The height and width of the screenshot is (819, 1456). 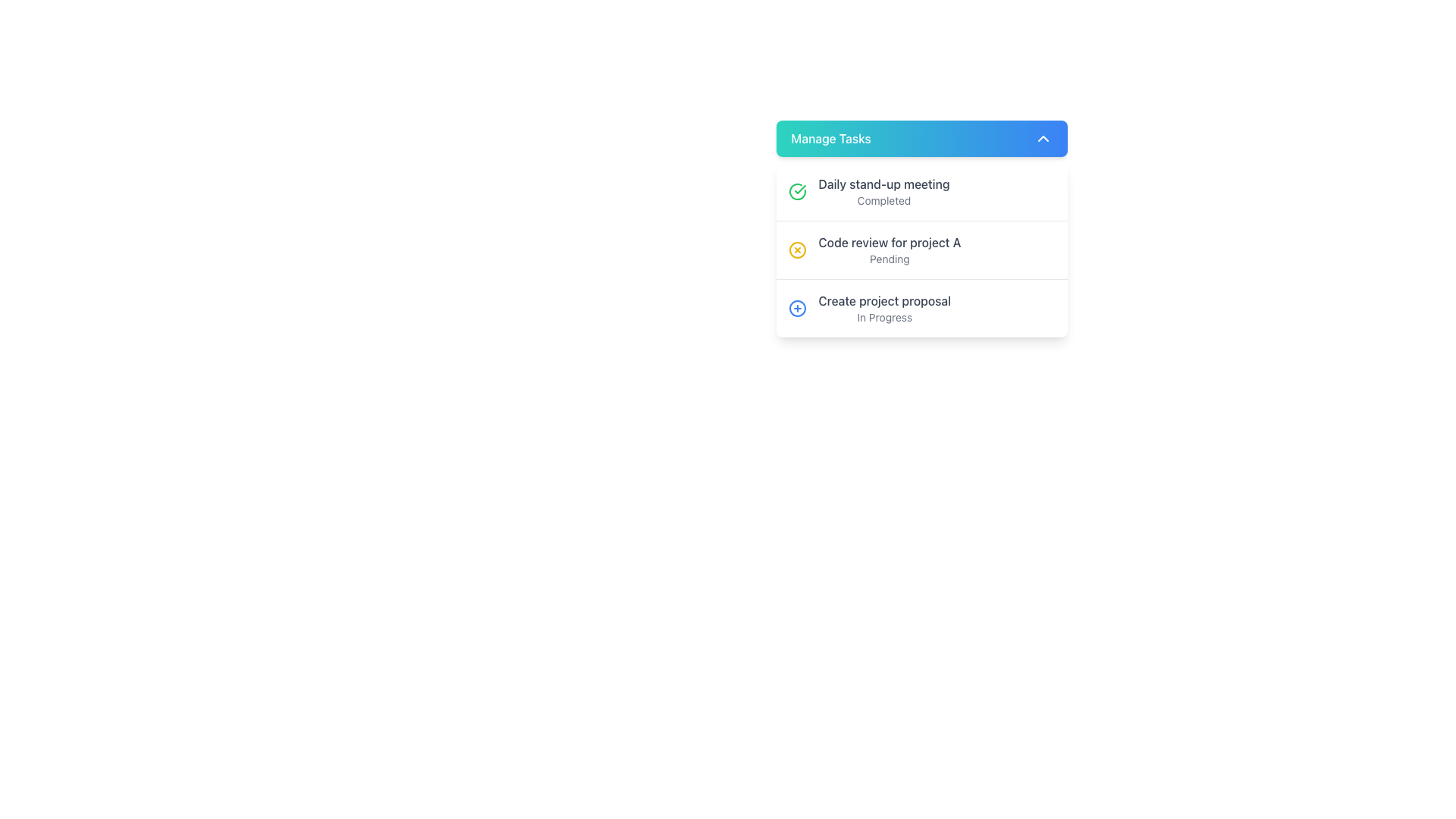 I want to click on the status label indicating 'Pending' located below 'Code review for project A' in the 'Manage Tasks' panel, so click(x=890, y=259).